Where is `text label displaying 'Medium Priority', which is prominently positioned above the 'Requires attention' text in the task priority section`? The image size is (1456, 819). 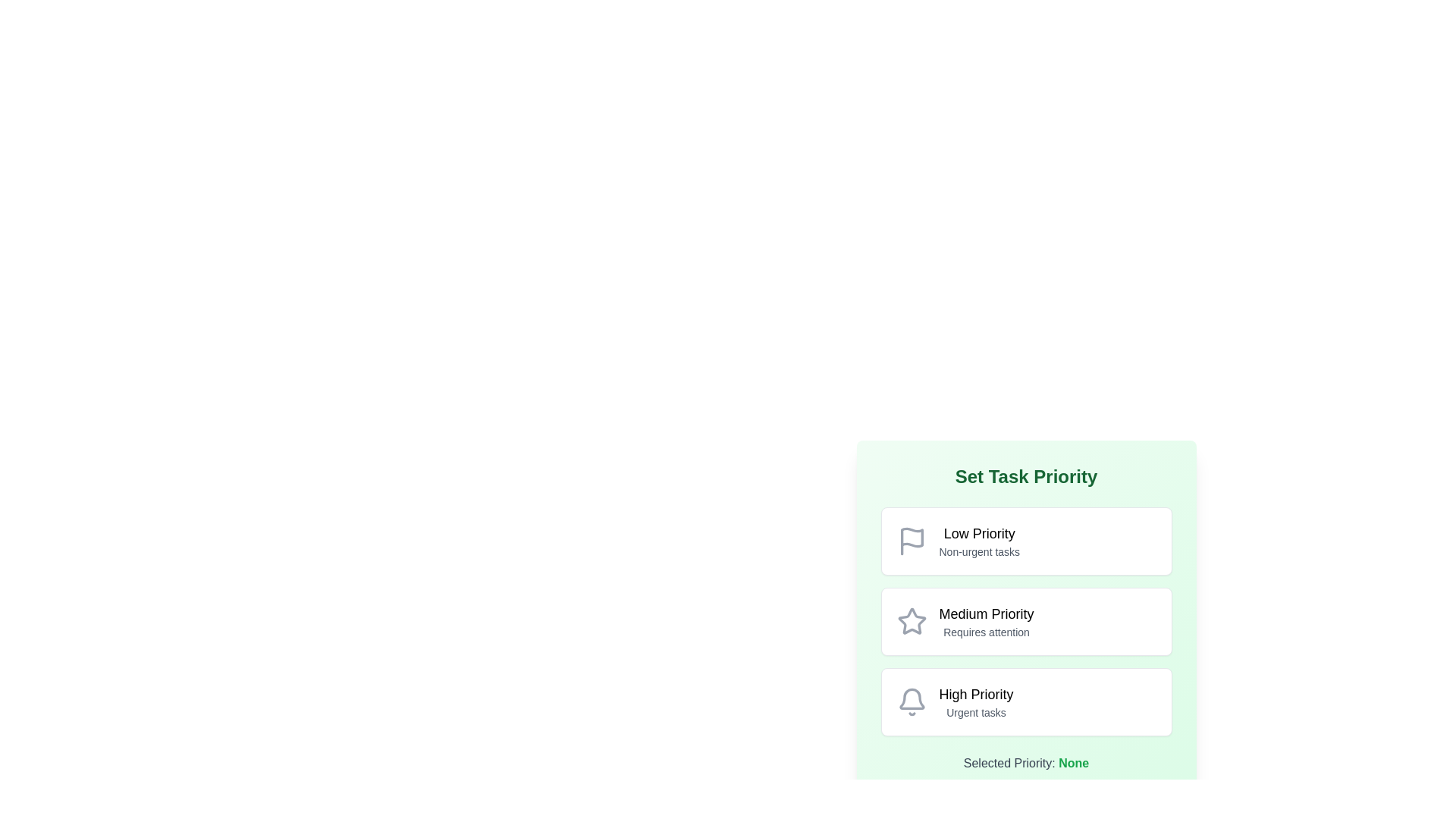 text label displaying 'Medium Priority', which is prominently positioned above the 'Requires attention' text in the task priority section is located at coordinates (986, 614).